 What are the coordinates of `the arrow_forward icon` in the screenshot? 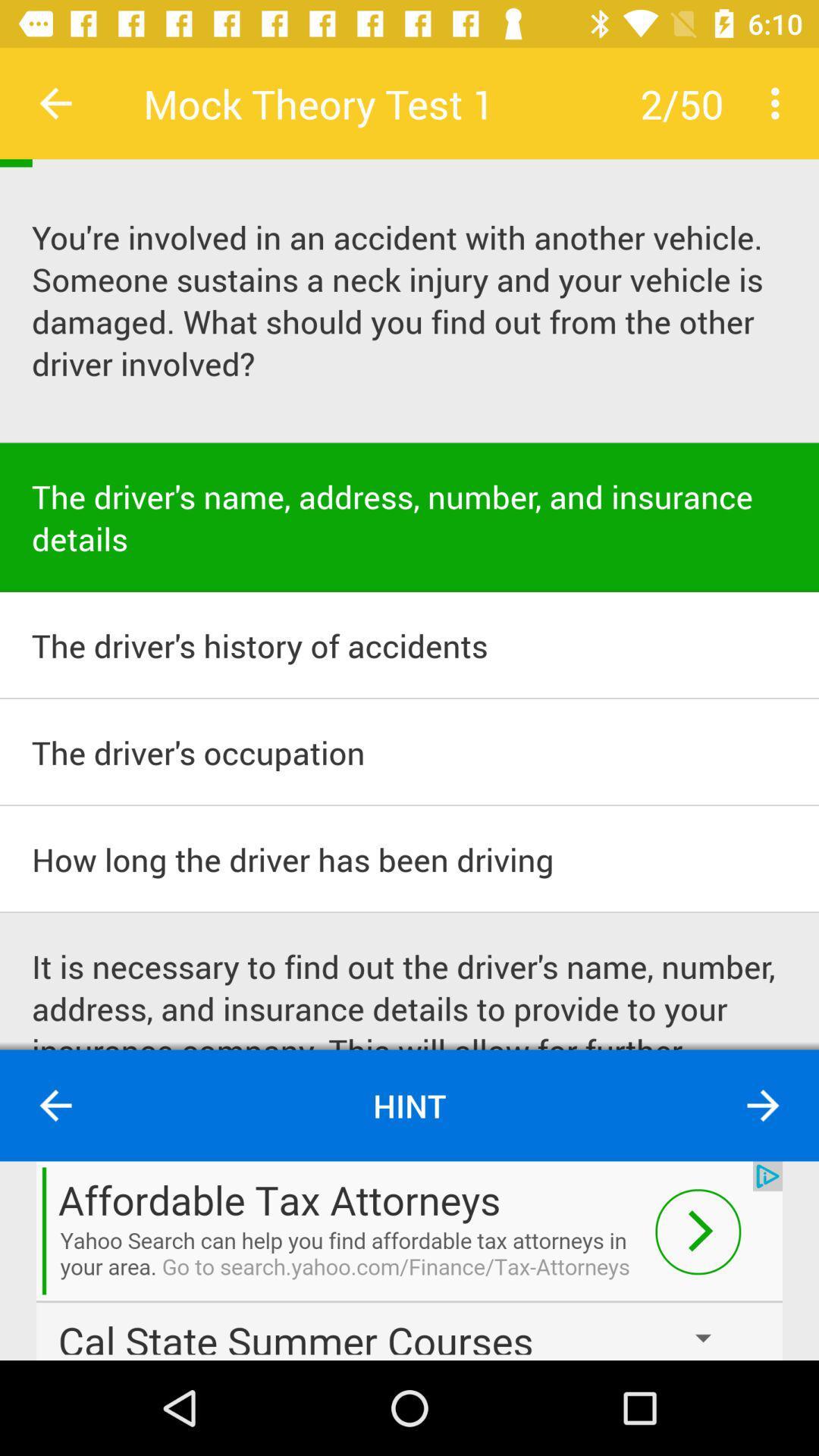 It's located at (763, 1106).